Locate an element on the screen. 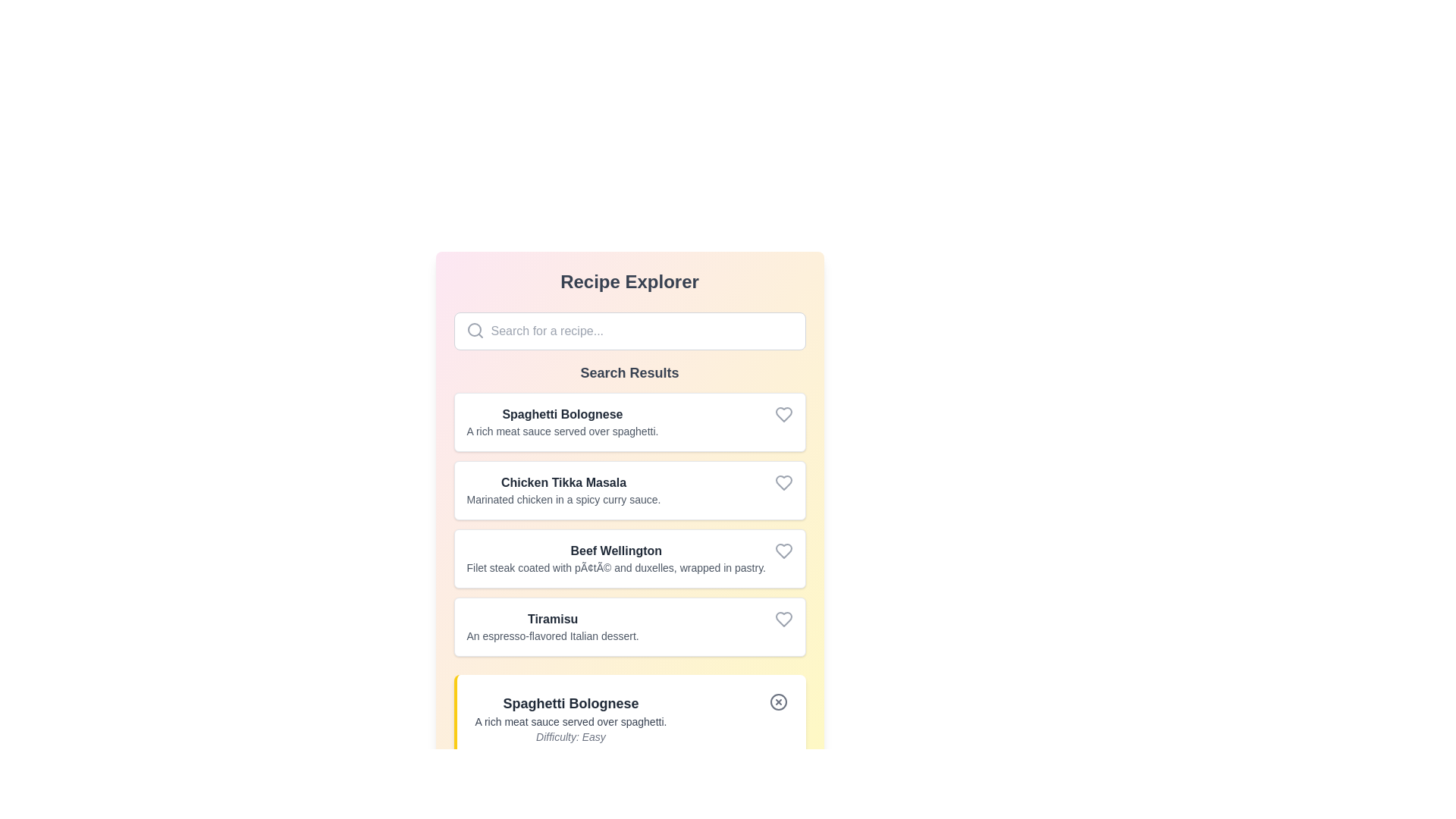 This screenshot has height=819, width=1456. the heart-shaped icon outlined in gray beside the 'Tiramisu' entry to mark the recipe as favorite is located at coordinates (783, 620).